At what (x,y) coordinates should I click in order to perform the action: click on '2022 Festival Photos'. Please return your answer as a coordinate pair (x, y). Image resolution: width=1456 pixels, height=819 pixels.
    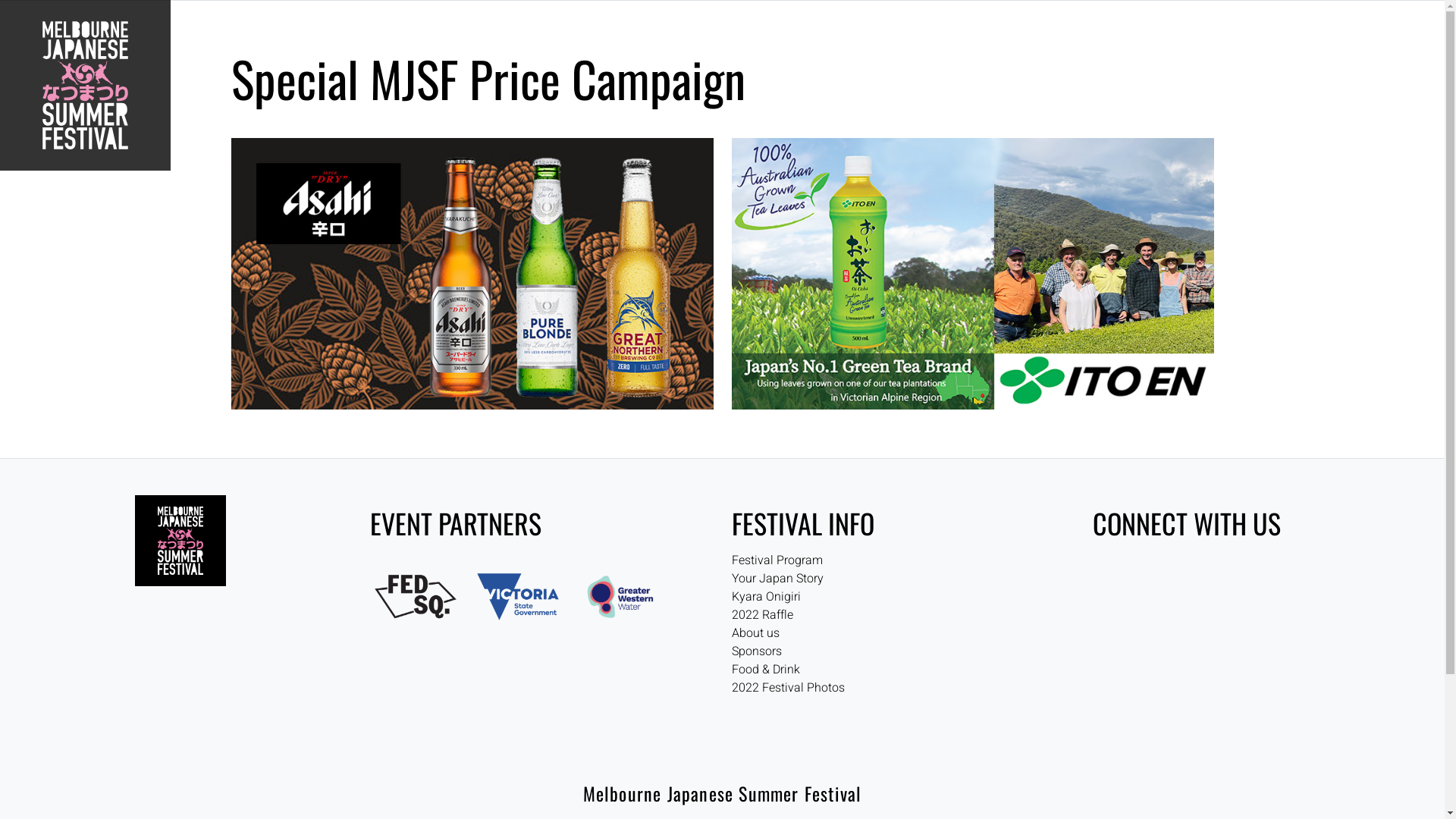
    Looking at the image, I should click on (787, 687).